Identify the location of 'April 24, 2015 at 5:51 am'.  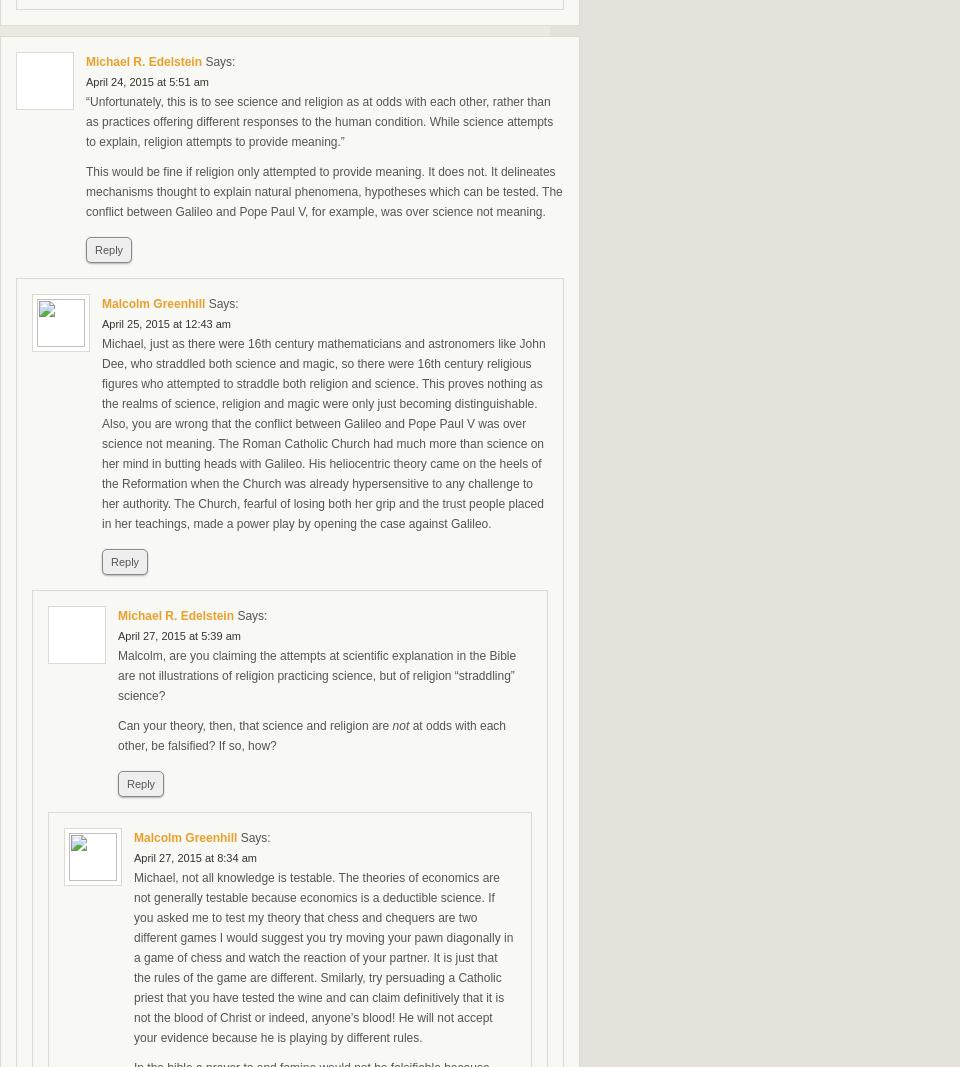
(145, 81).